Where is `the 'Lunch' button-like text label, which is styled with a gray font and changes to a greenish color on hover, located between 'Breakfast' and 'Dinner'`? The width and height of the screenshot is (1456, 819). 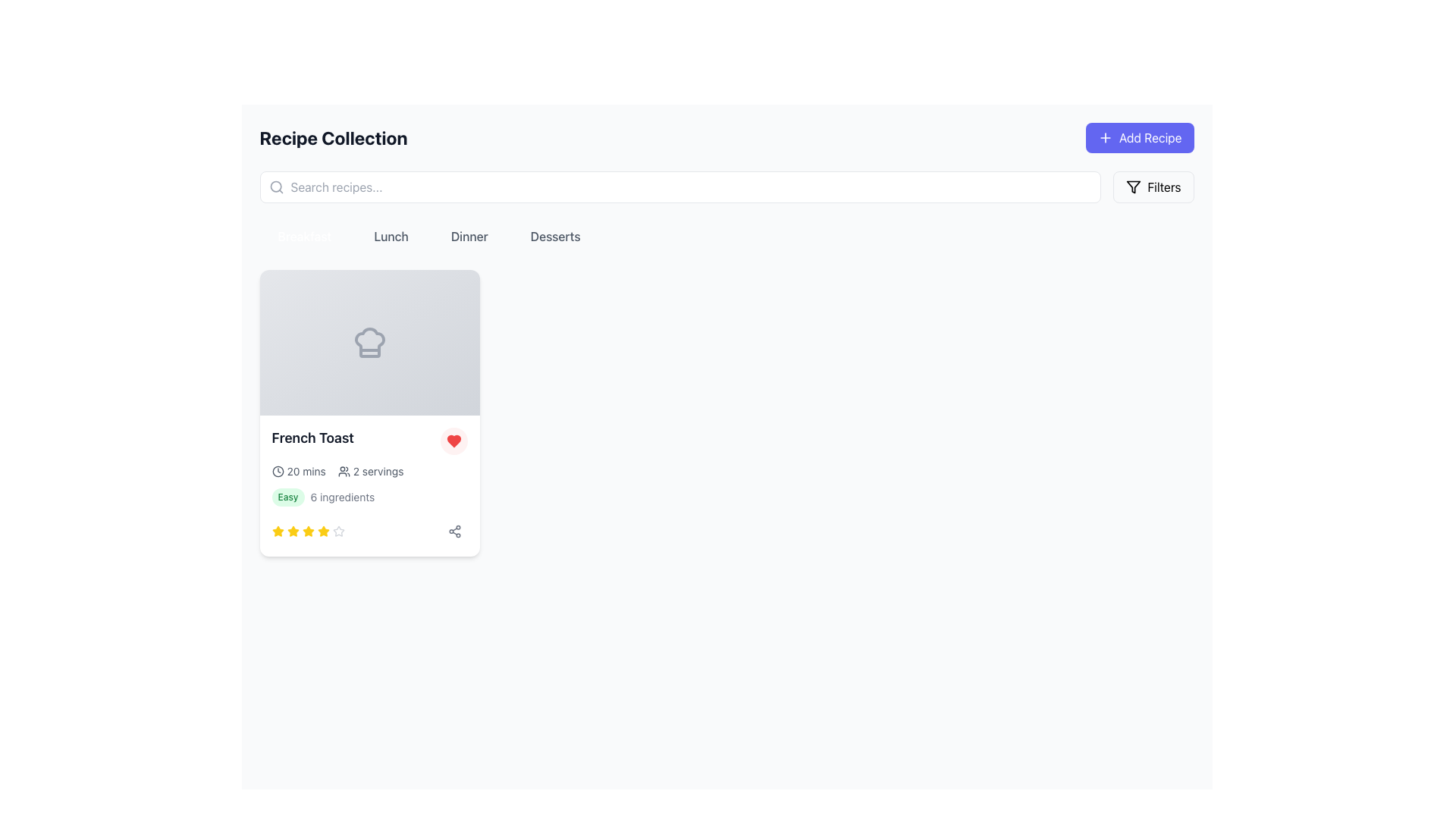
the 'Lunch' button-like text label, which is styled with a gray font and changes to a greenish color on hover, located between 'Breakfast' and 'Dinner' is located at coordinates (391, 237).